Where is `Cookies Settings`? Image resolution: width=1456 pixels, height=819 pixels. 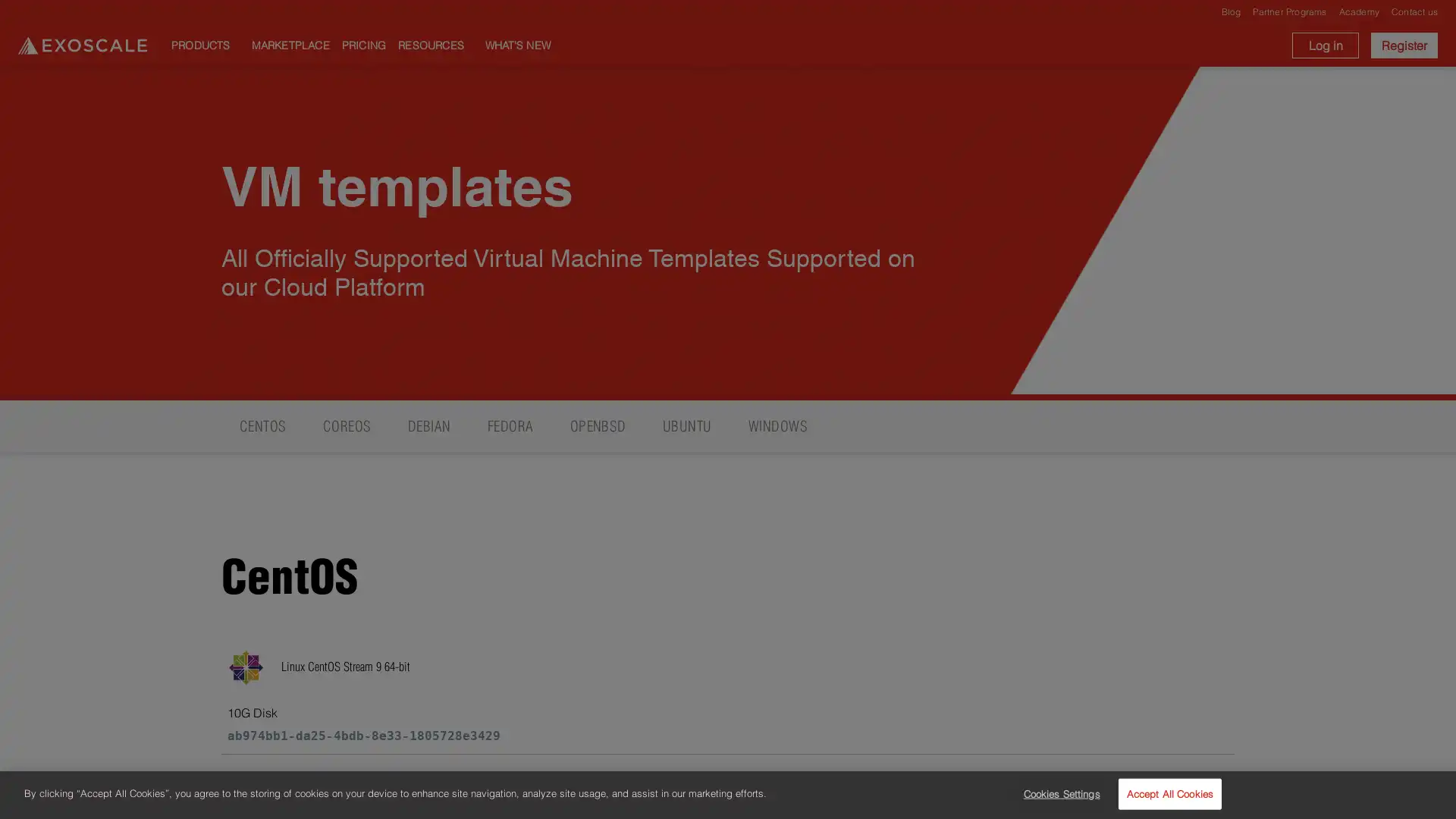 Cookies Settings is located at coordinates (1056, 792).